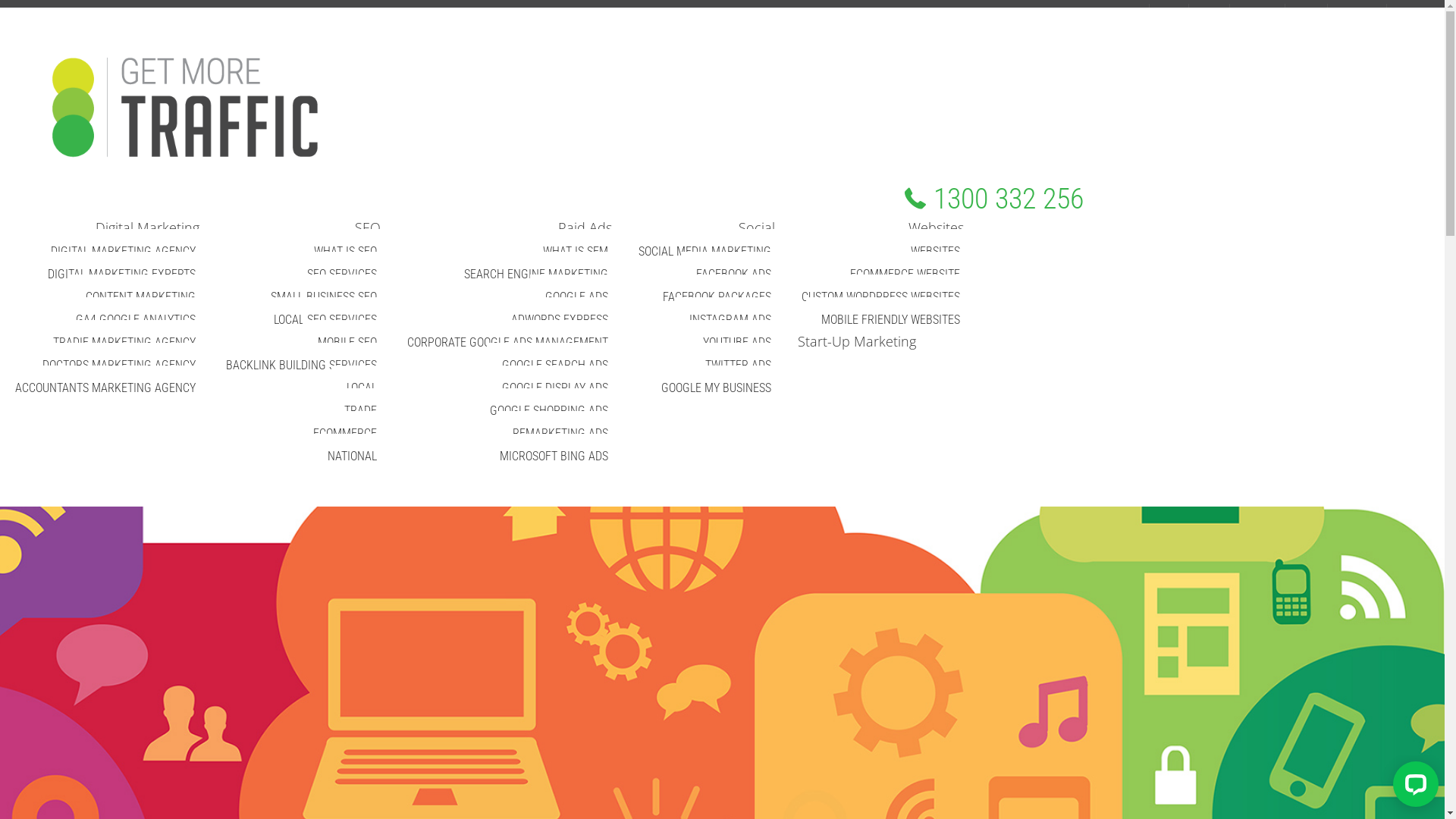 This screenshot has width=1456, height=819. Describe the element at coordinates (715, 387) in the screenshot. I see `'GOOGLE MY BUSINESS'` at that location.